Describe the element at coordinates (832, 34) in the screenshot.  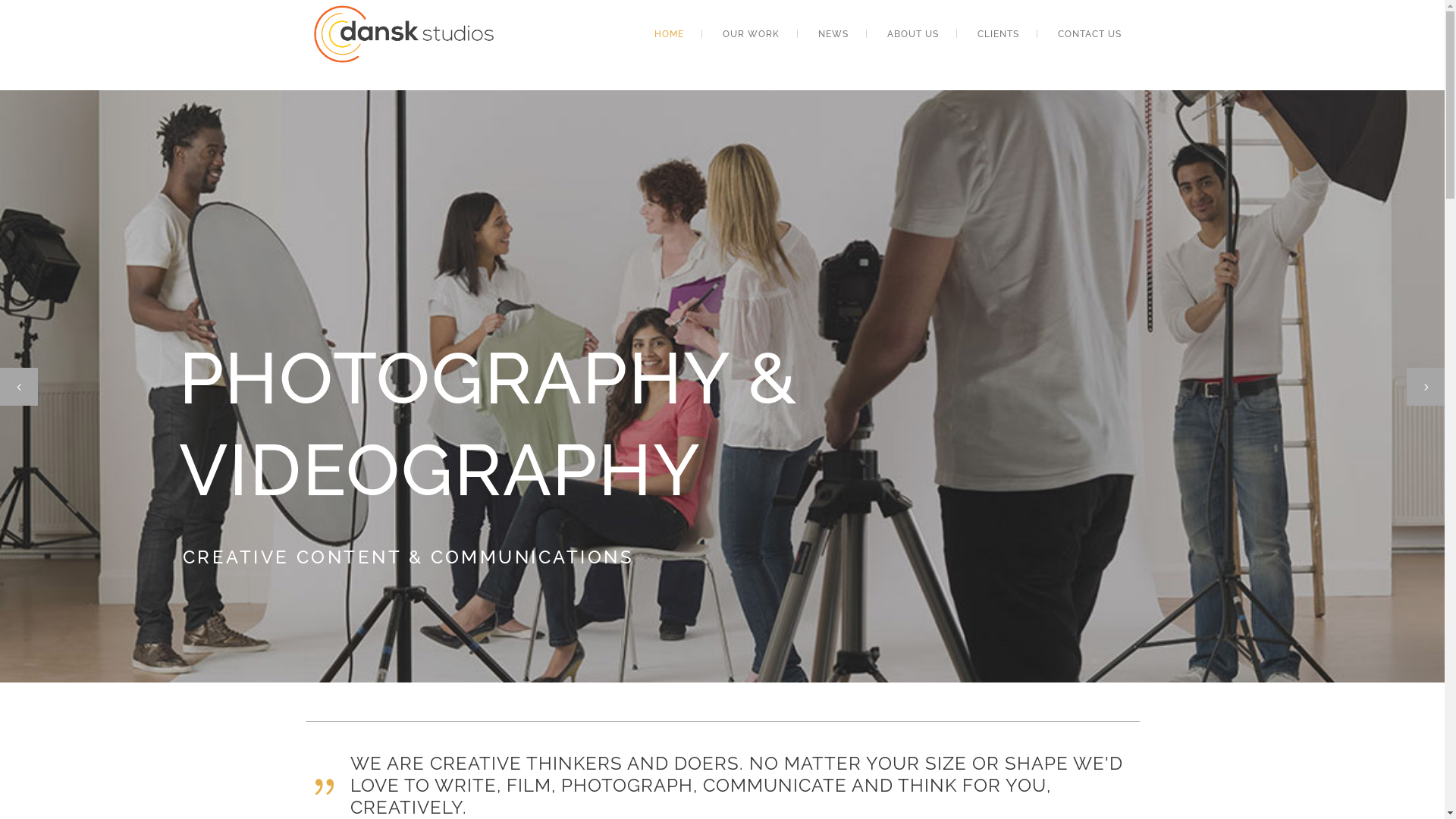
I see `'NEWS'` at that location.